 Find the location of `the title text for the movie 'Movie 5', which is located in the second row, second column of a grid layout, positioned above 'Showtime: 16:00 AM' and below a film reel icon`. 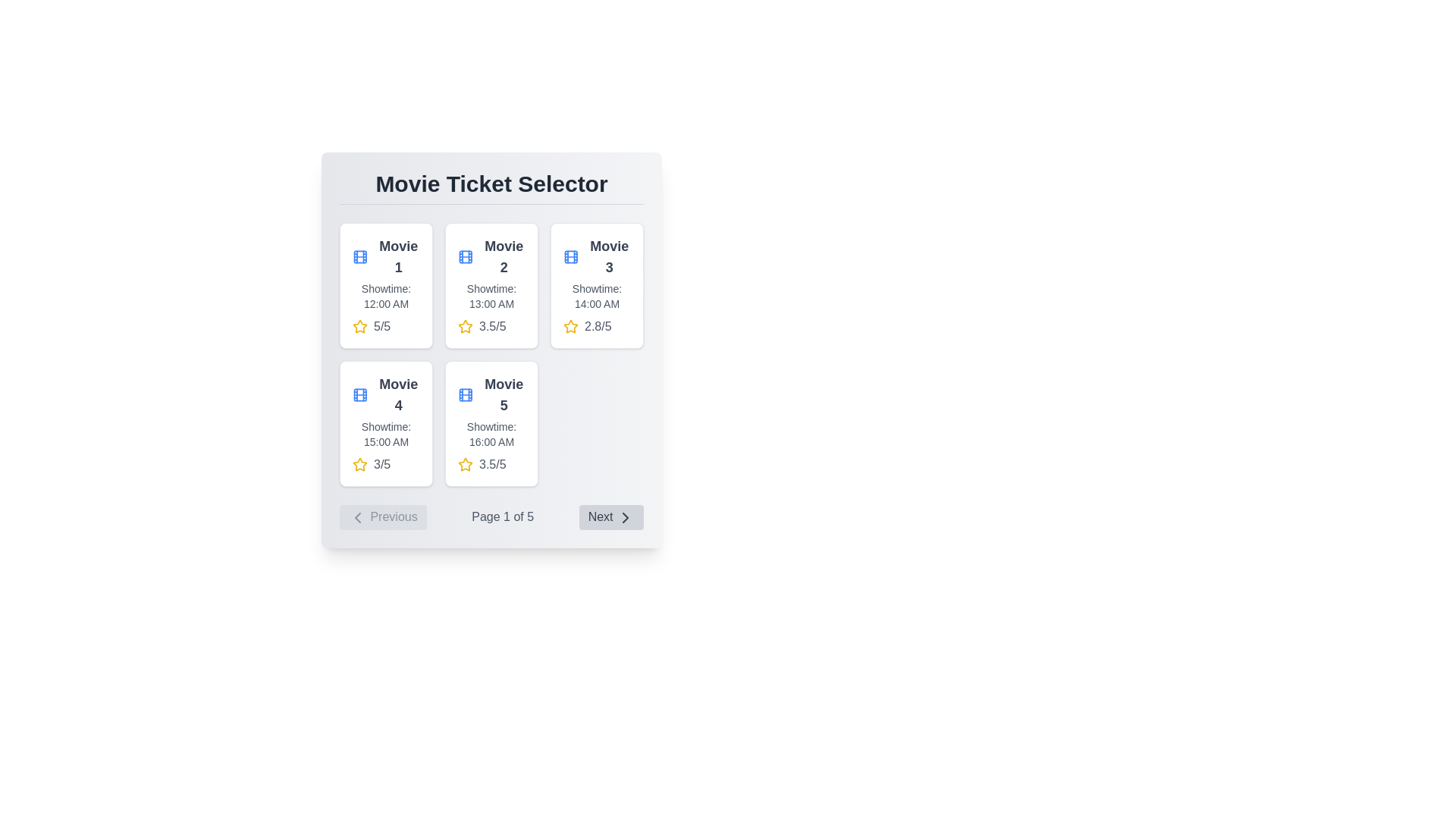

the title text for the movie 'Movie 5', which is located in the second row, second column of a grid layout, positioned above 'Showtime: 16:00 AM' and below a film reel icon is located at coordinates (504, 394).